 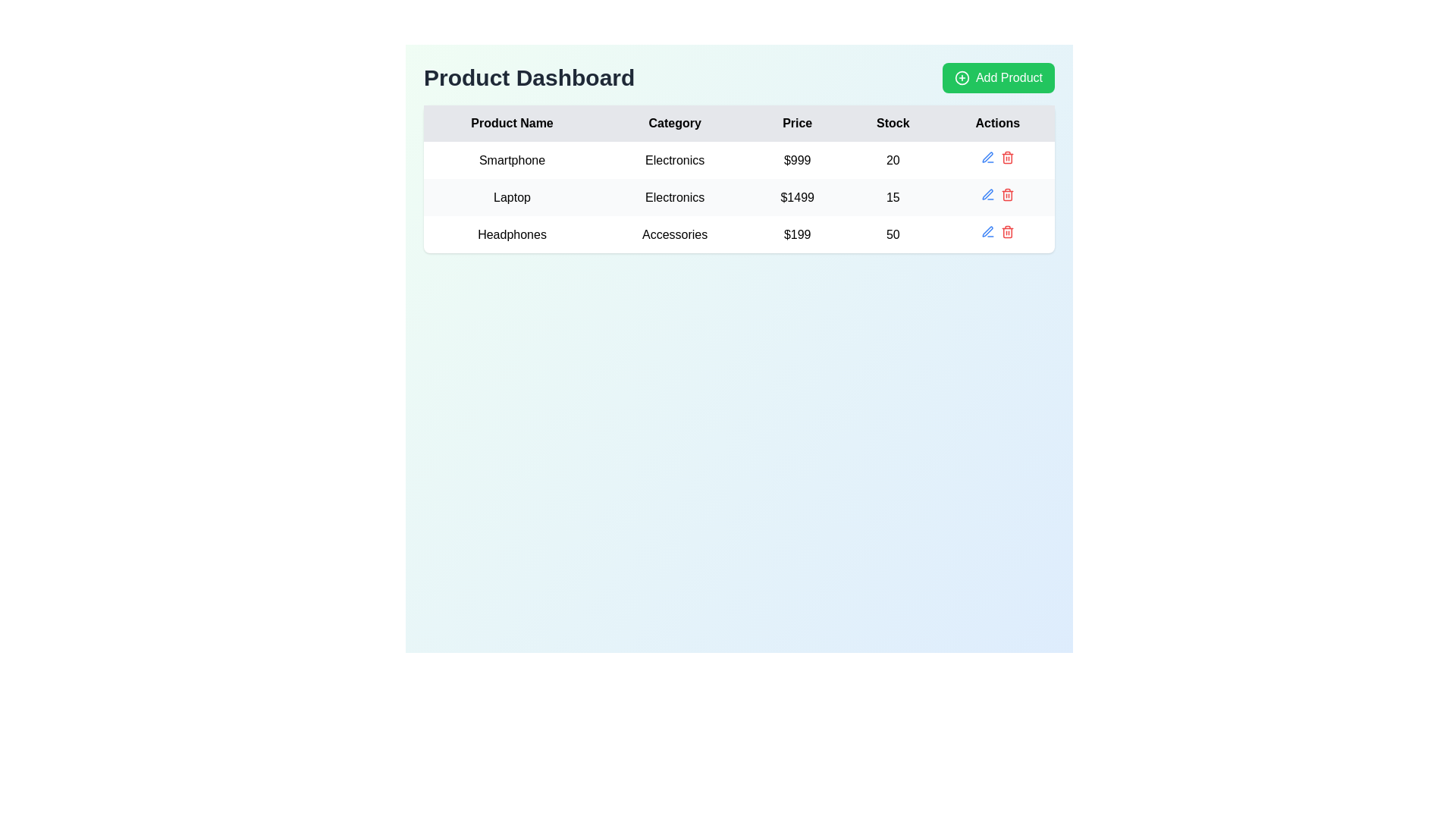 What do you see at coordinates (674, 160) in the screenshot?
I see `text content from the second text content block under the 'Category' column in the first row of the table` at bounding box center [674, 160].